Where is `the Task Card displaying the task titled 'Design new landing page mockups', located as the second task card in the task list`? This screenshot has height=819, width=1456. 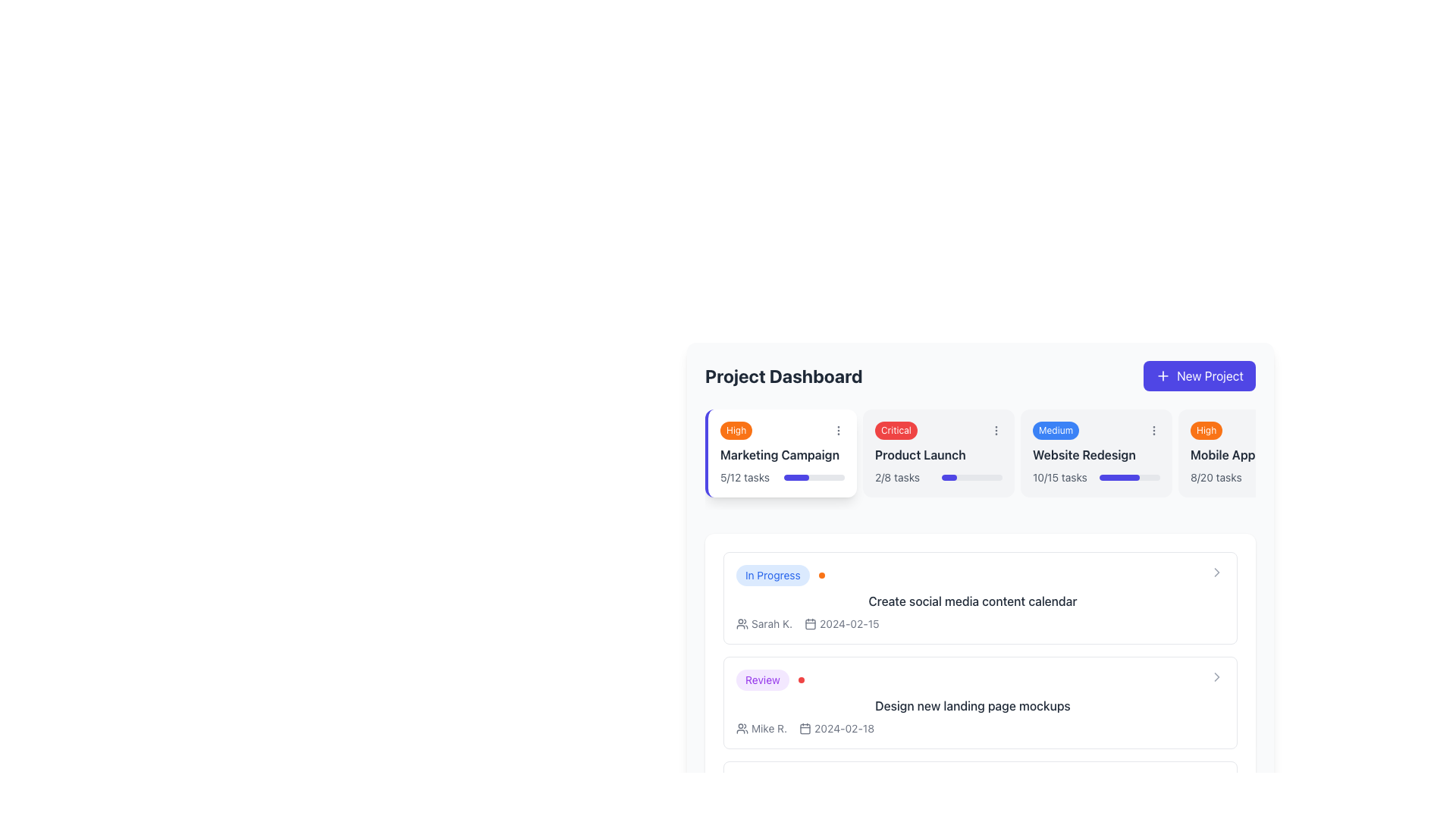
the Task Card displaying the task titled 'Design new landing page mockups', located as the second task card in the task list is located at coordinates (972, 702).